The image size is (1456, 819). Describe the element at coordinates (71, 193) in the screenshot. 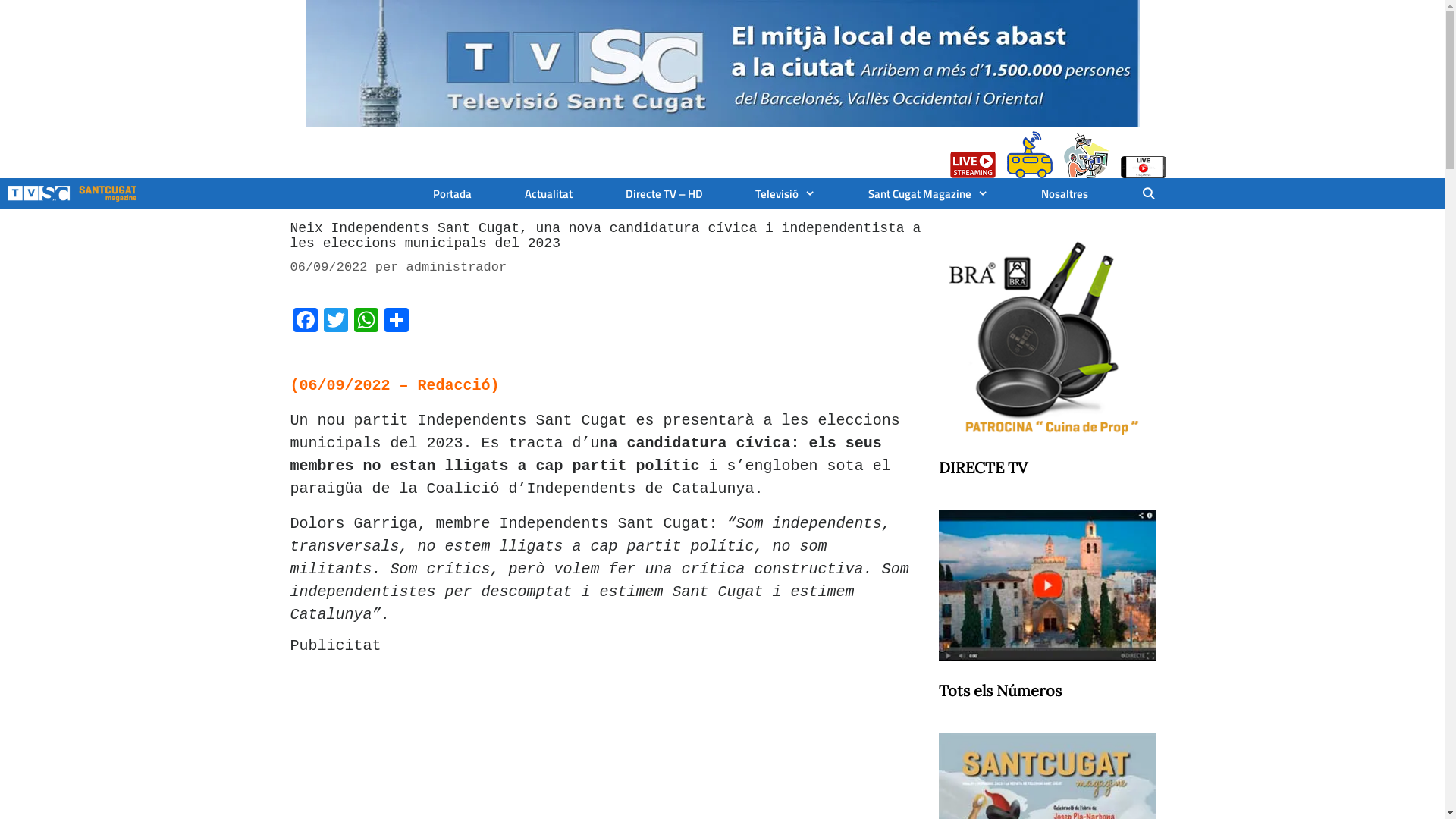

I see `'TV SantCugat.cat'` at that location.